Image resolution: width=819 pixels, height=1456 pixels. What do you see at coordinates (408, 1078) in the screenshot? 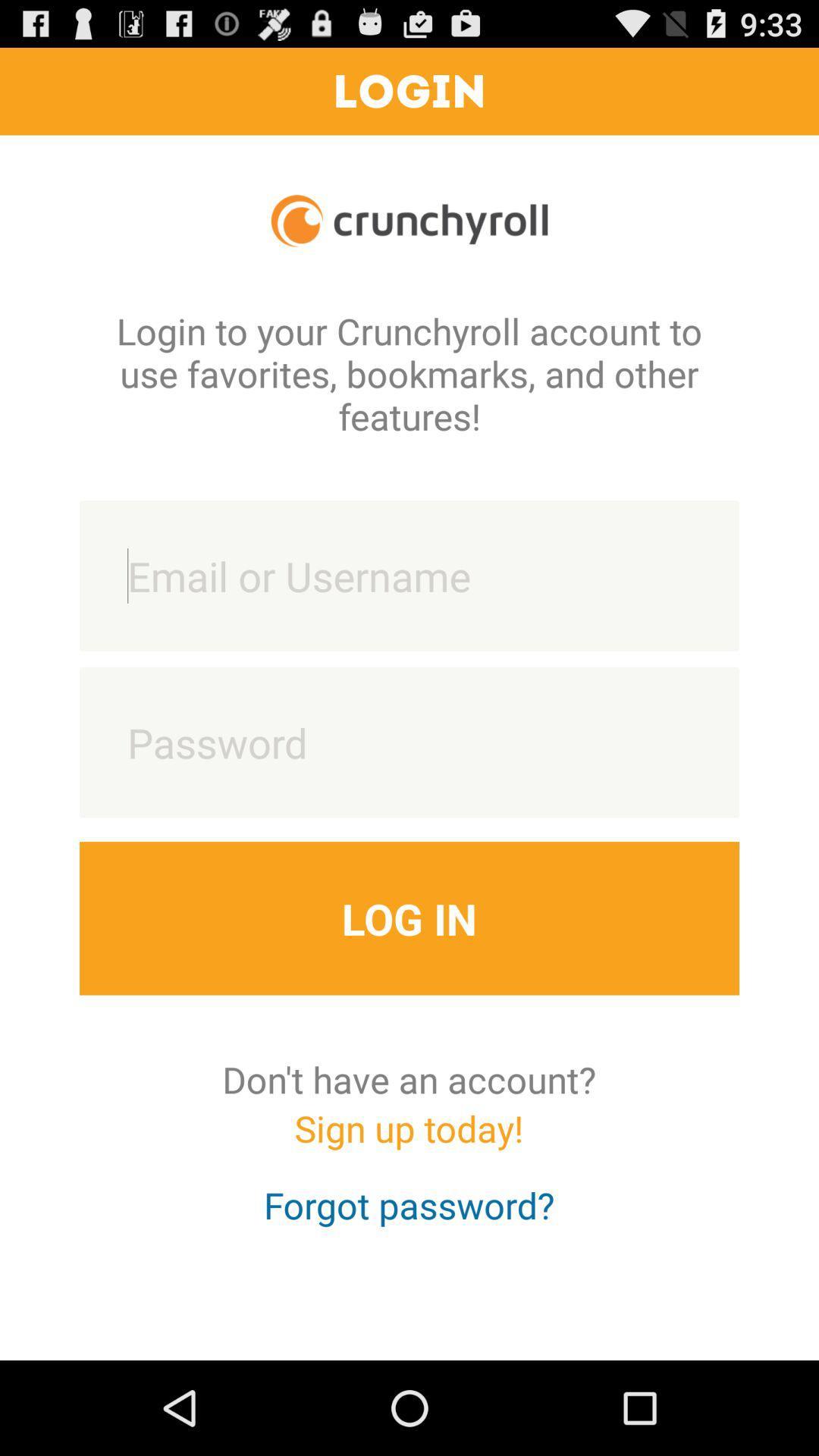
I see `don t have icon` at bounding box center [408, 1078].